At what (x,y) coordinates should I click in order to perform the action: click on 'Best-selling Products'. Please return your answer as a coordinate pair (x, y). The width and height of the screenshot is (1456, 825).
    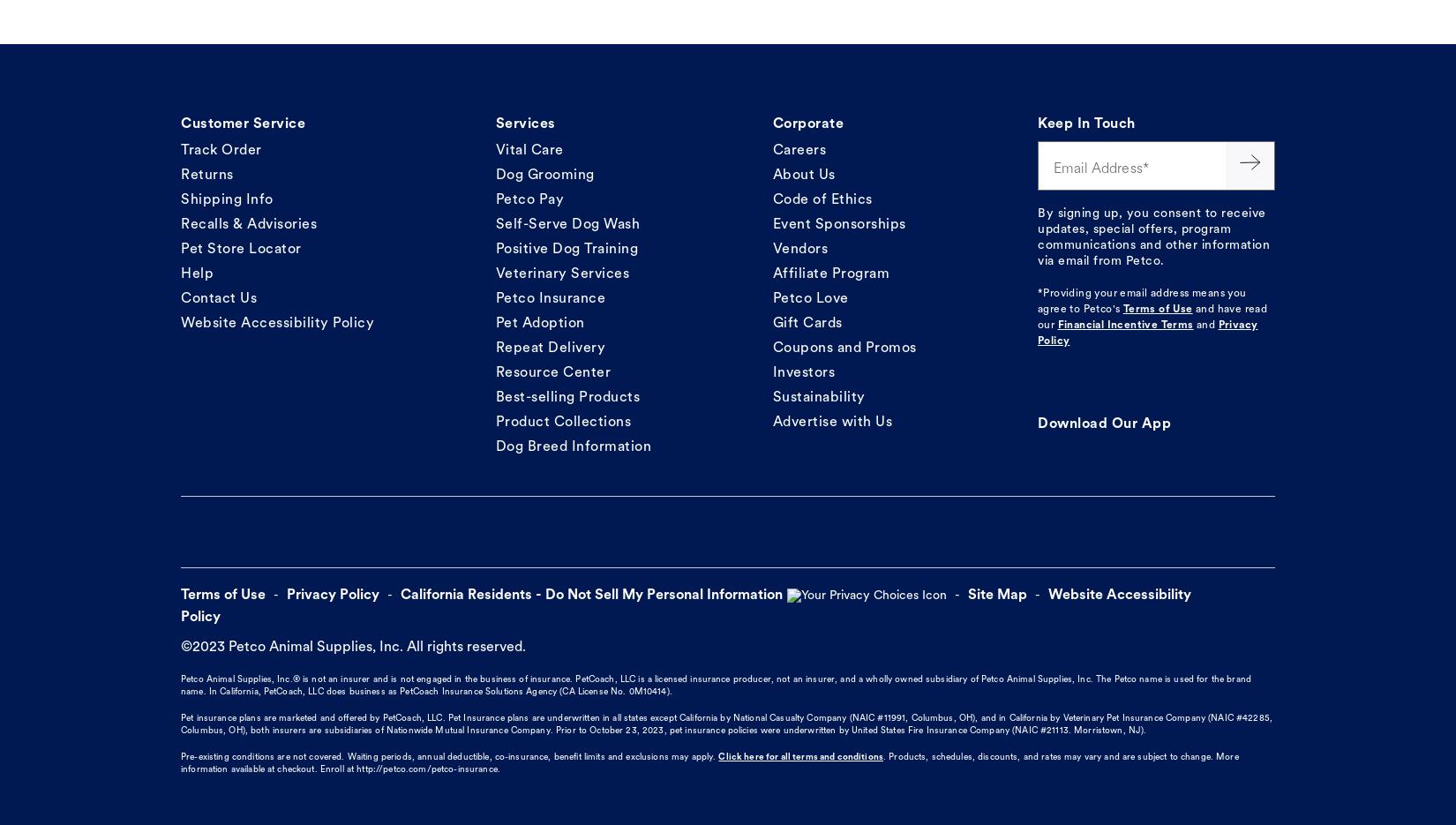
    Looking at the image, I should click on (567, 396).